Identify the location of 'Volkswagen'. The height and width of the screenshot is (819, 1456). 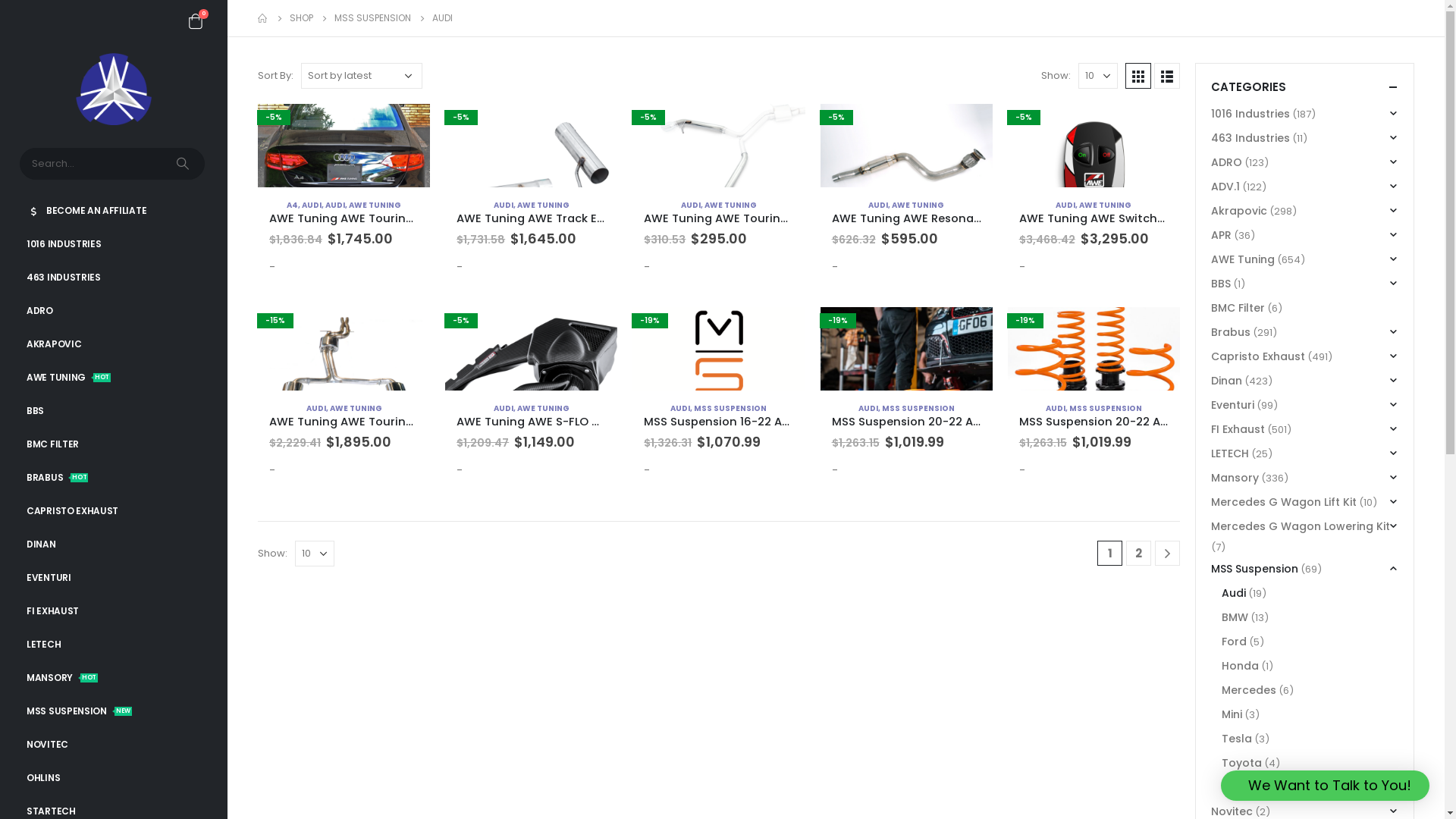
(1222, 786).